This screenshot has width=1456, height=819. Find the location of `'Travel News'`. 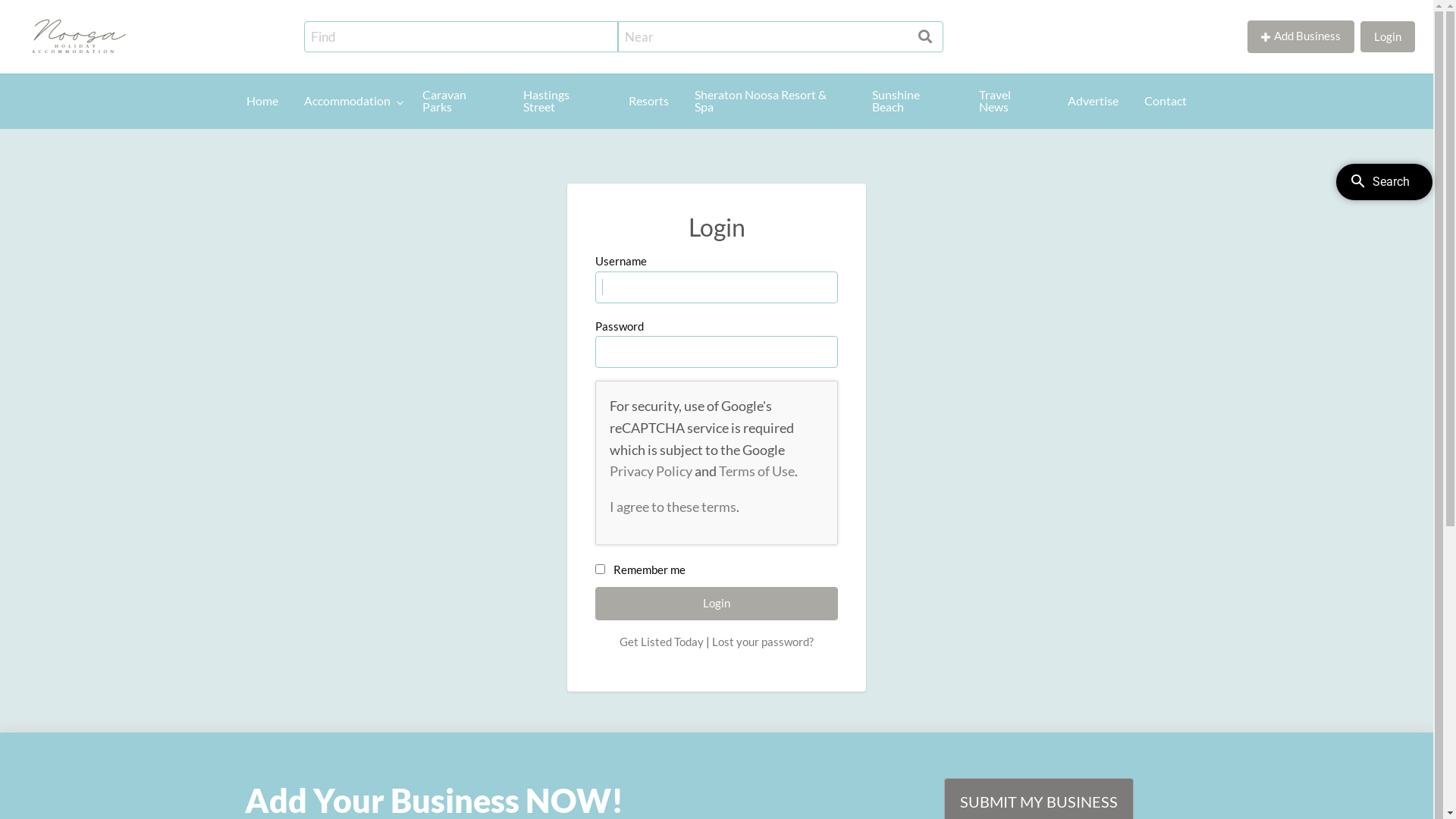

'Travel News' is located at coordinates (1010, 101).